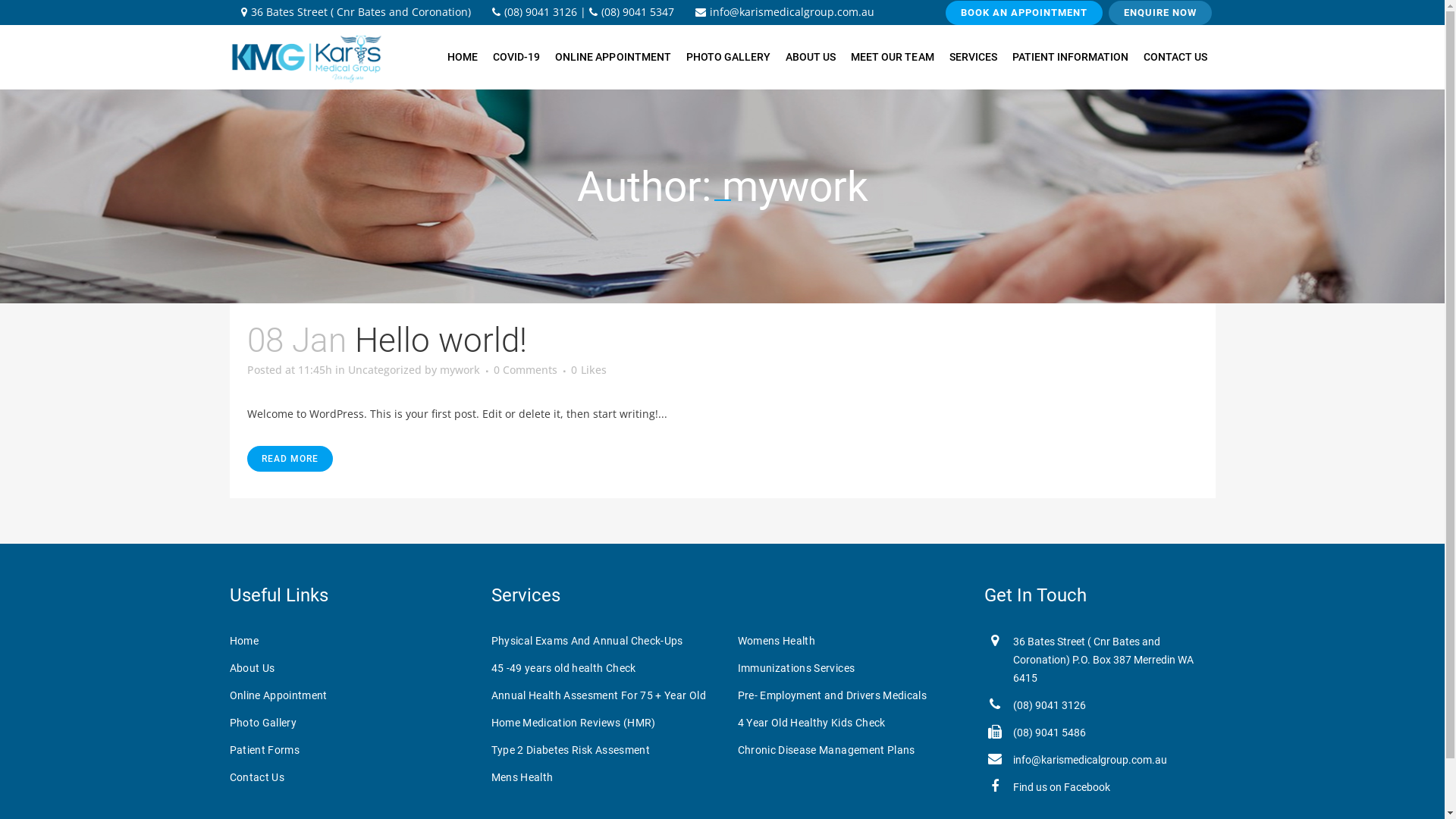 This screenshot has height=819, width=1456. Describe the element at coordinates (440, 339) in the screenshot. I see `'Hello world!'` at that location.